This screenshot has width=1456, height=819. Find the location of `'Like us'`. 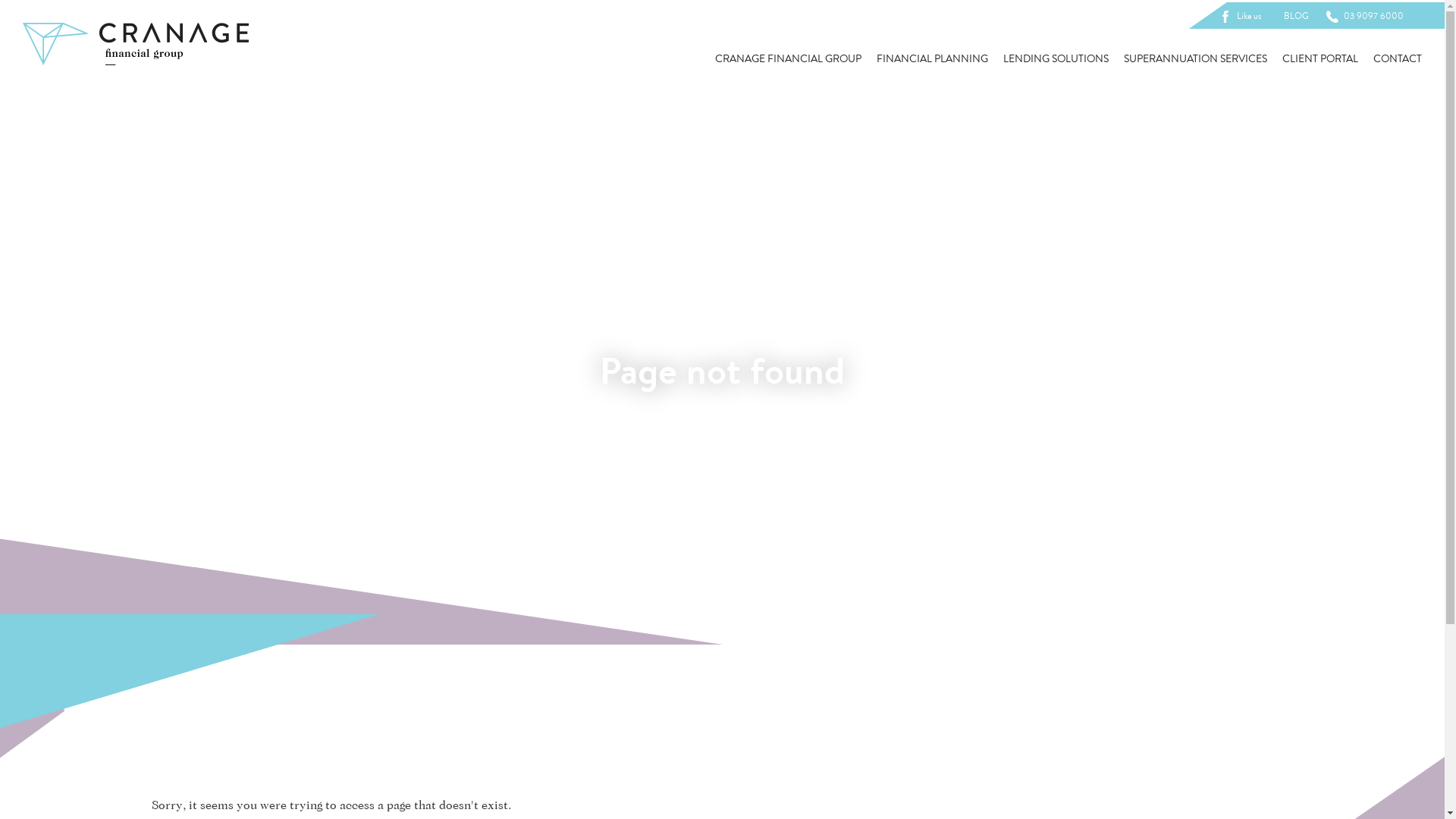

'Like us' is located at coordinates (1242, 15).